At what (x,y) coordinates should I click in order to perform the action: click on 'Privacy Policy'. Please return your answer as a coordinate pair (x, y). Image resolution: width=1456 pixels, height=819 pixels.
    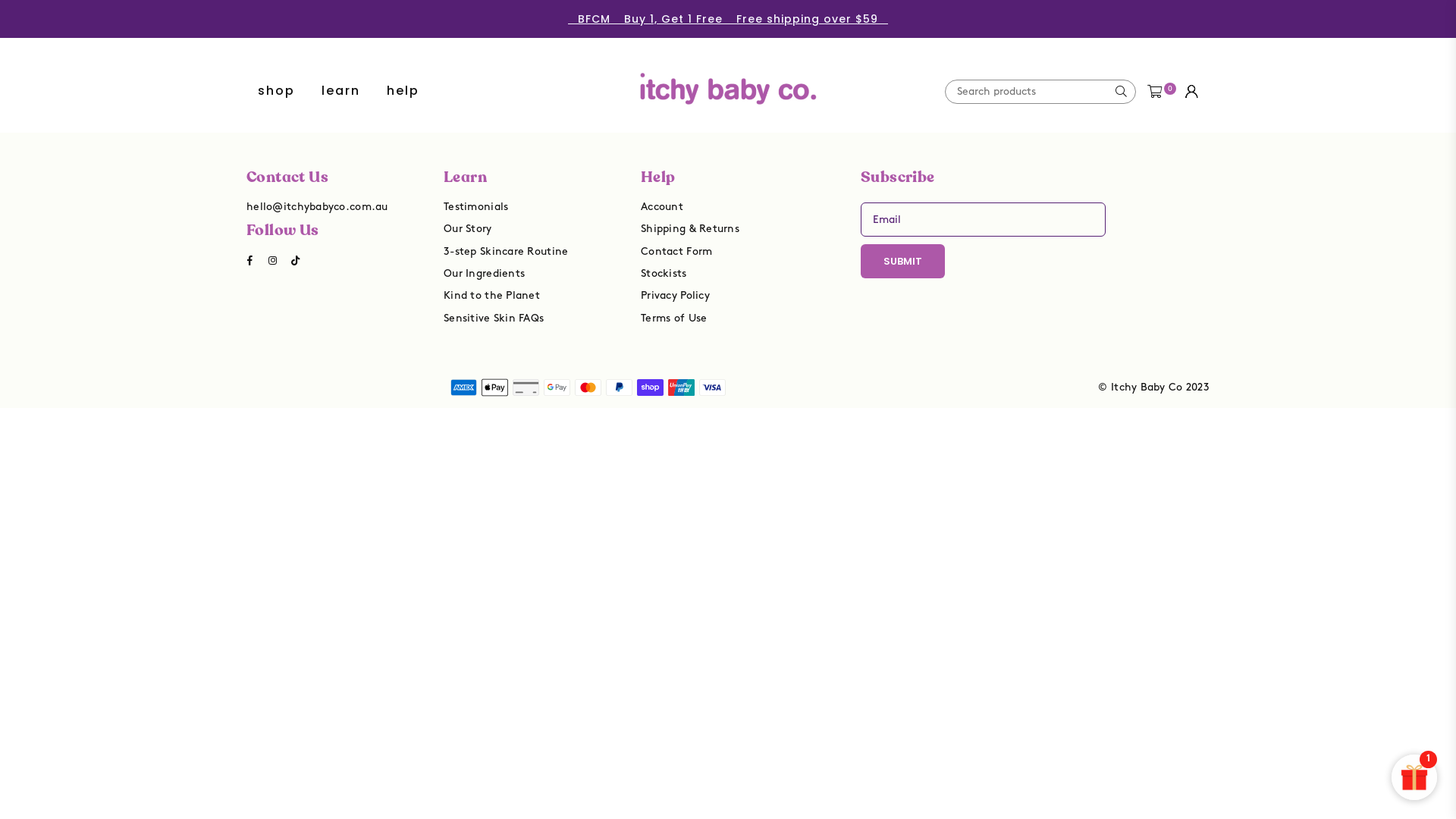
    Looking at the image, I should click on (674, 295).